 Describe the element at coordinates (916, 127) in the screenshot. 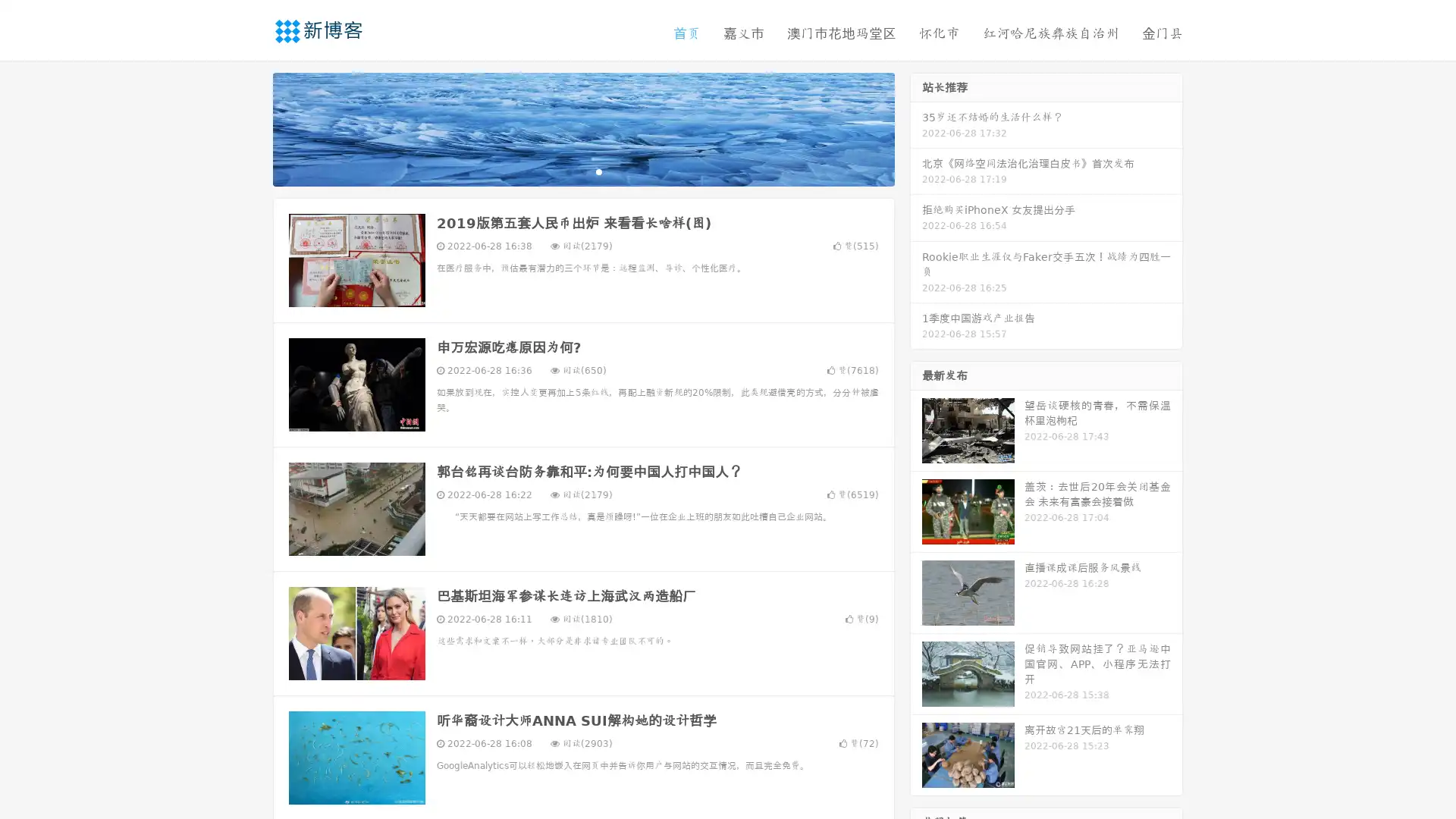

I see `Next slide` at that location.